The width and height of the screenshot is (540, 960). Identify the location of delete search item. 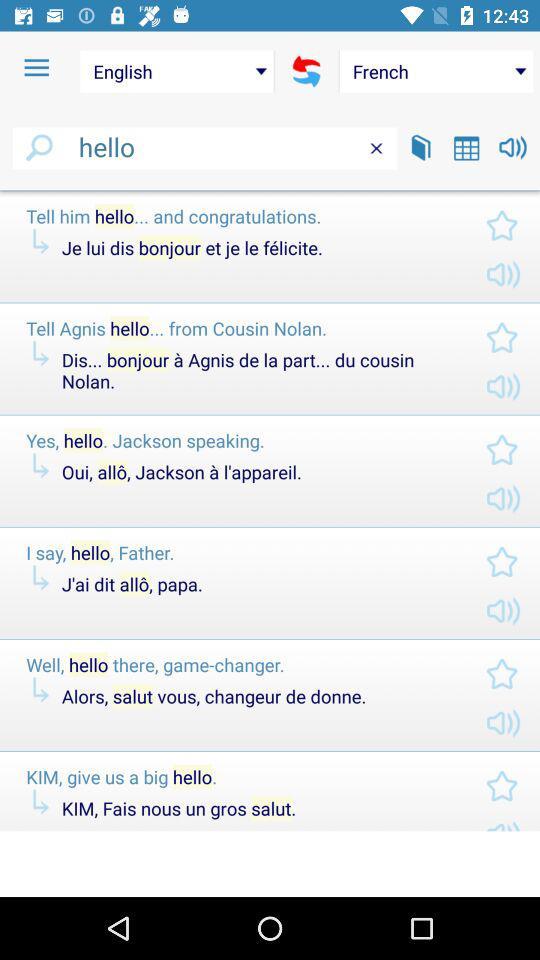
(376, 147).